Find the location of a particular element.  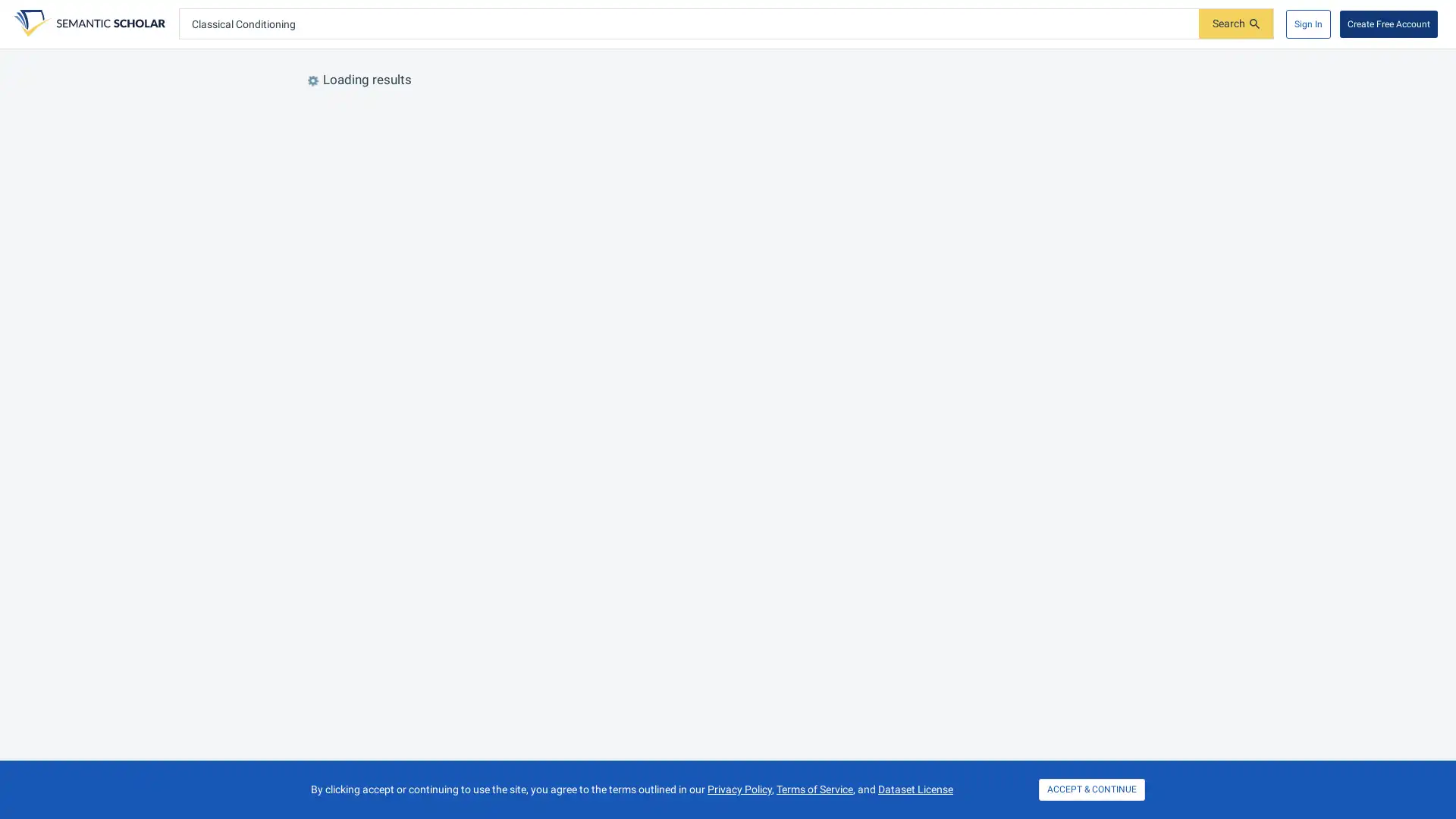

Fields of Study is located at coordinates (351, 119).